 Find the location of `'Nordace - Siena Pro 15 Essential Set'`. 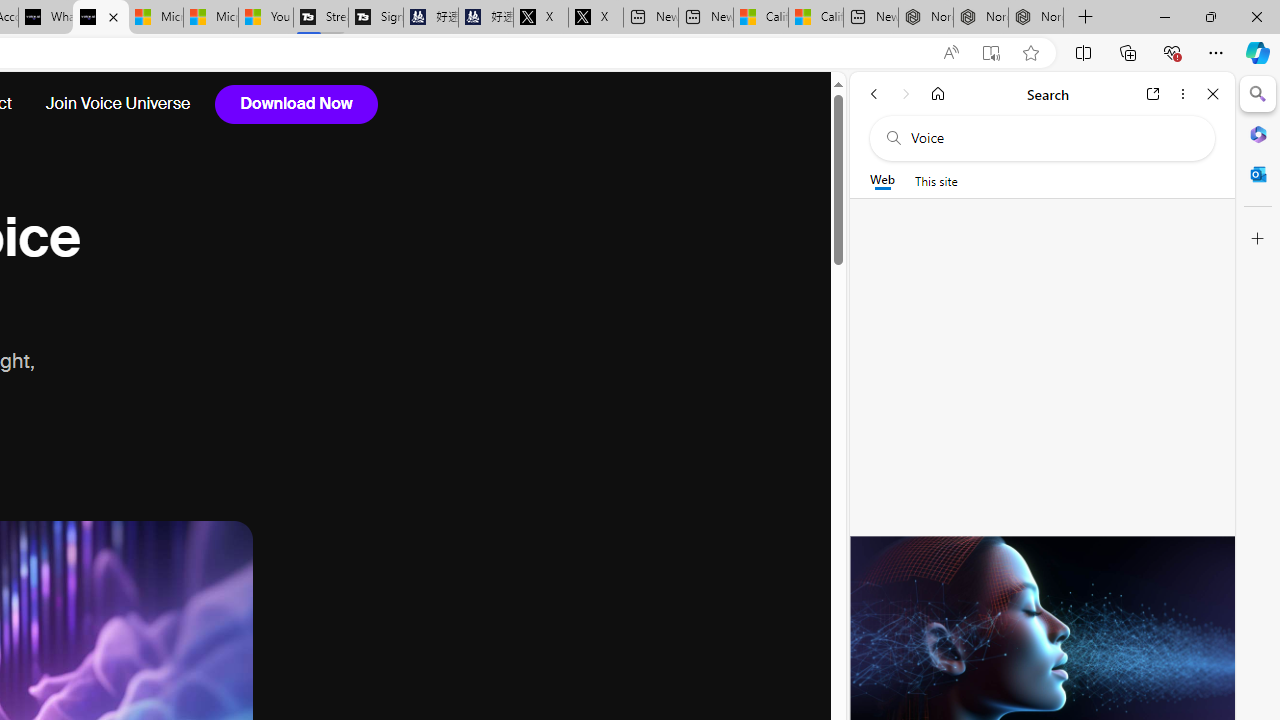

'Nordace - Siena Pro 15 Essential Set' is located at coordinates (1036, 17).